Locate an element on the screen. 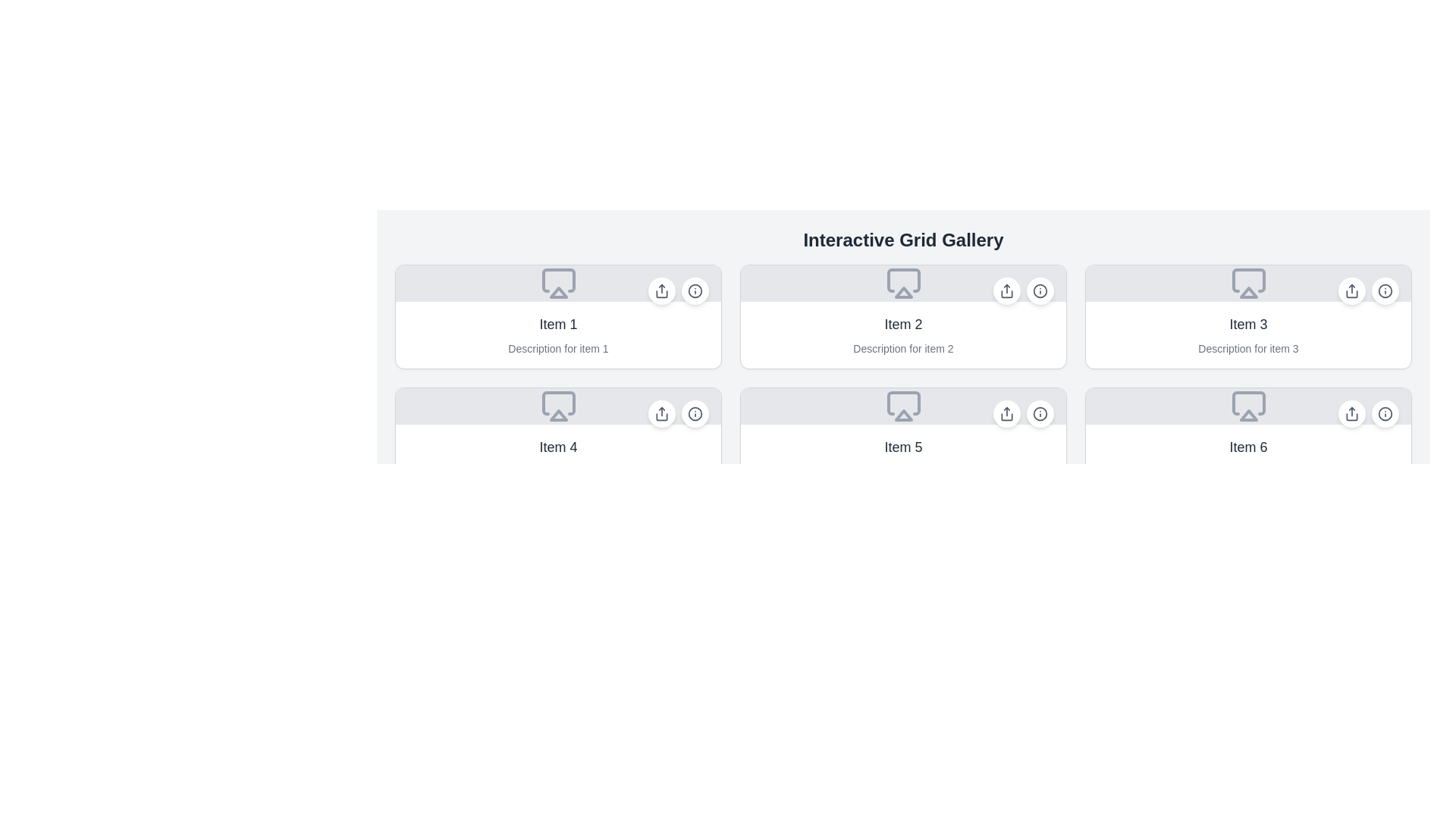 This screenshot has width=1456, height=819. the circular button with a white background and an 'i' icon in dark gray located in the top-right corner of the grid cell labeled 'Item 4' is located at coordinates (694, 414).